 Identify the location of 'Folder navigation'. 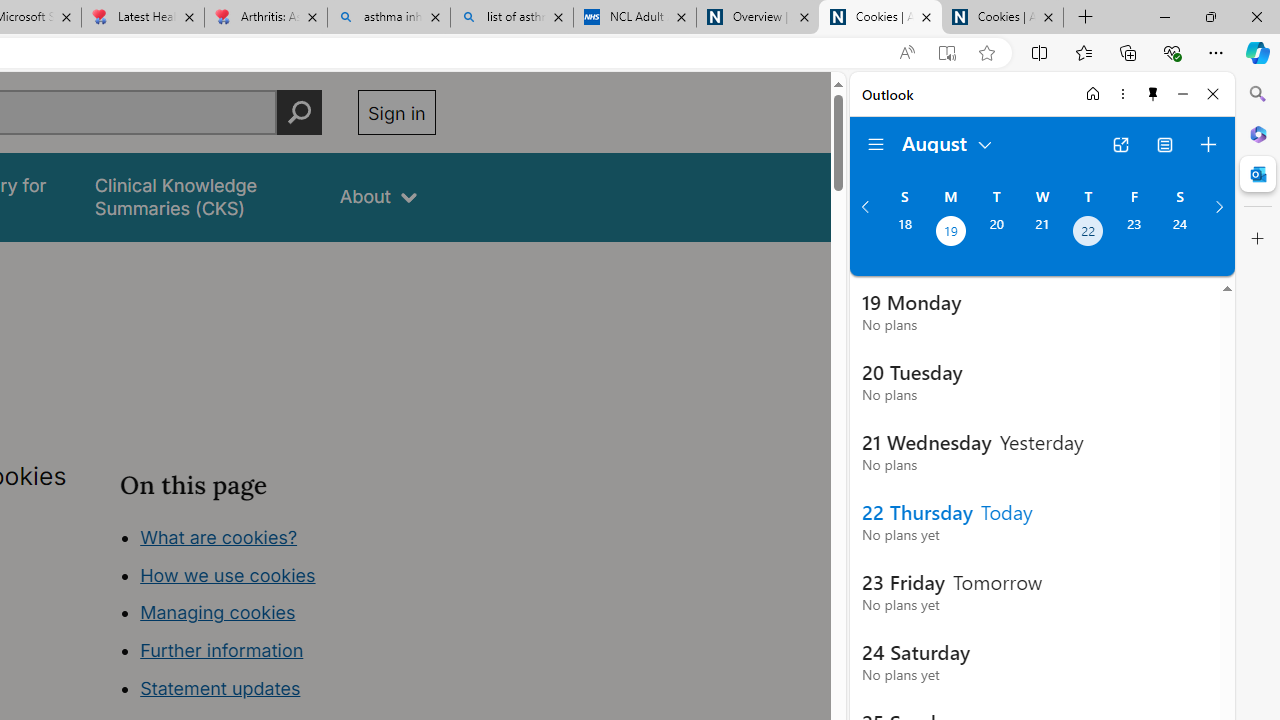
(876, 144).